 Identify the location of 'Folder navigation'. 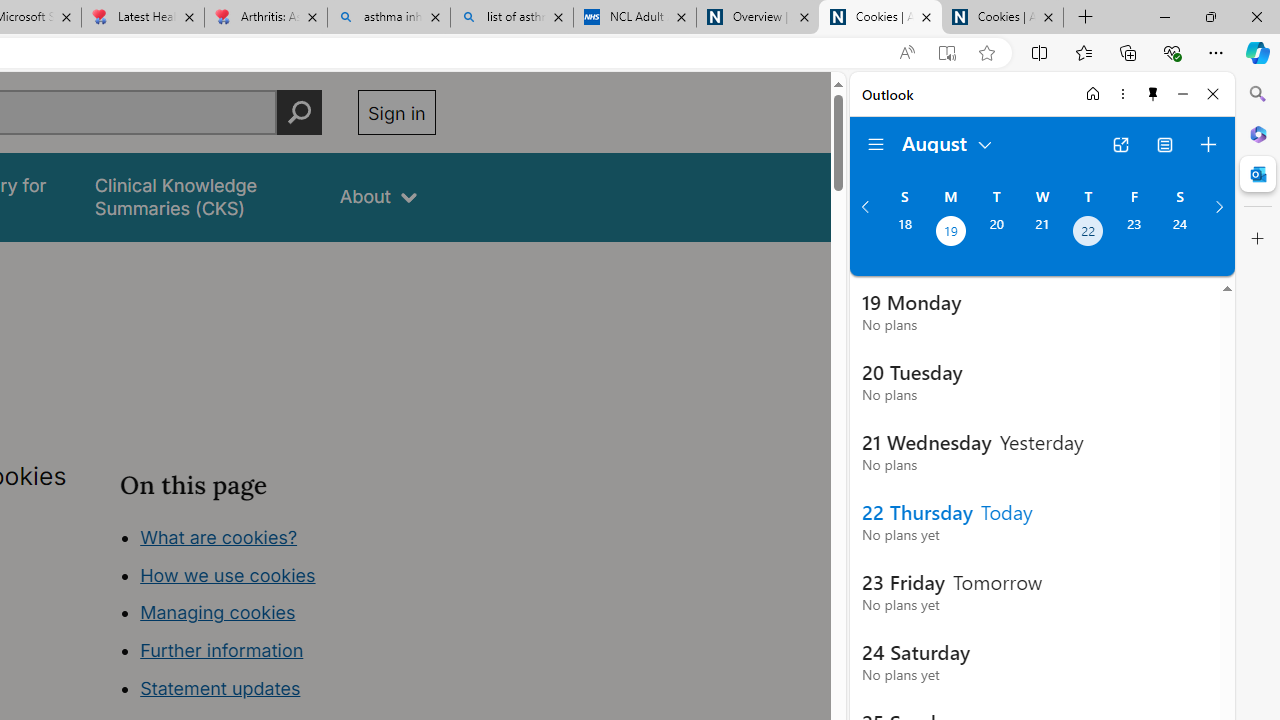
(876, 144).